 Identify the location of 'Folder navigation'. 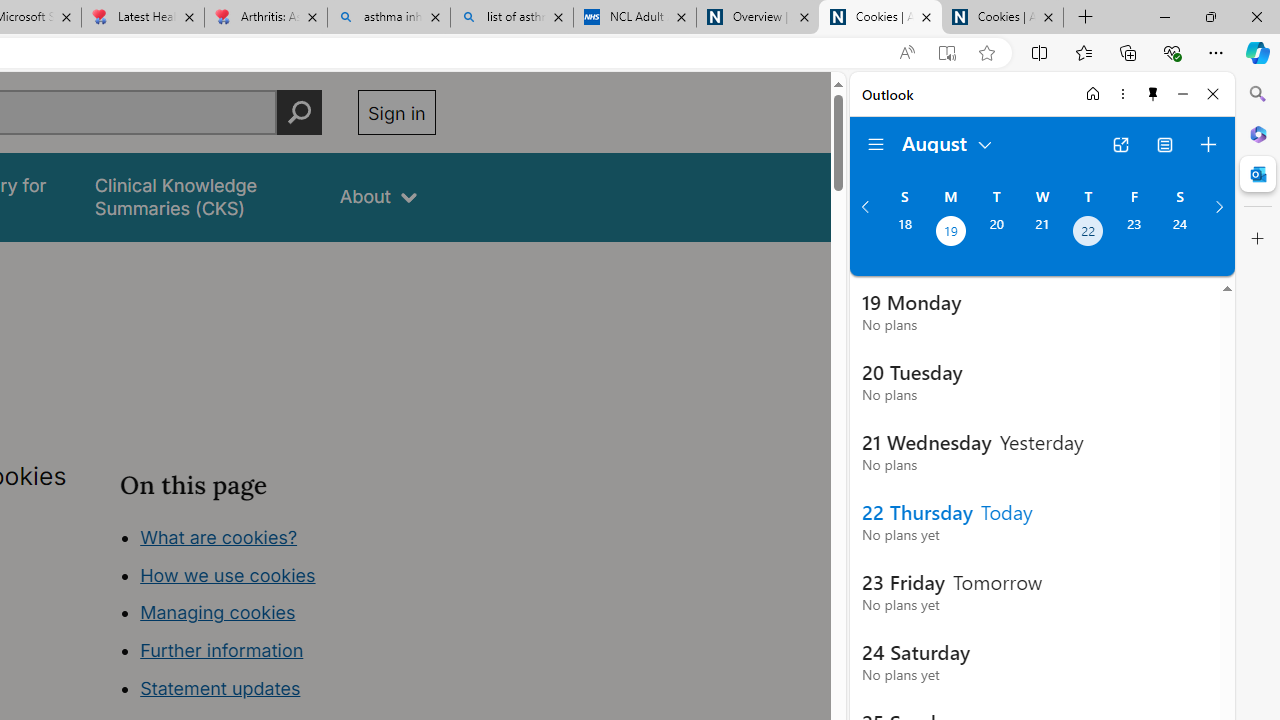
(876, 144).